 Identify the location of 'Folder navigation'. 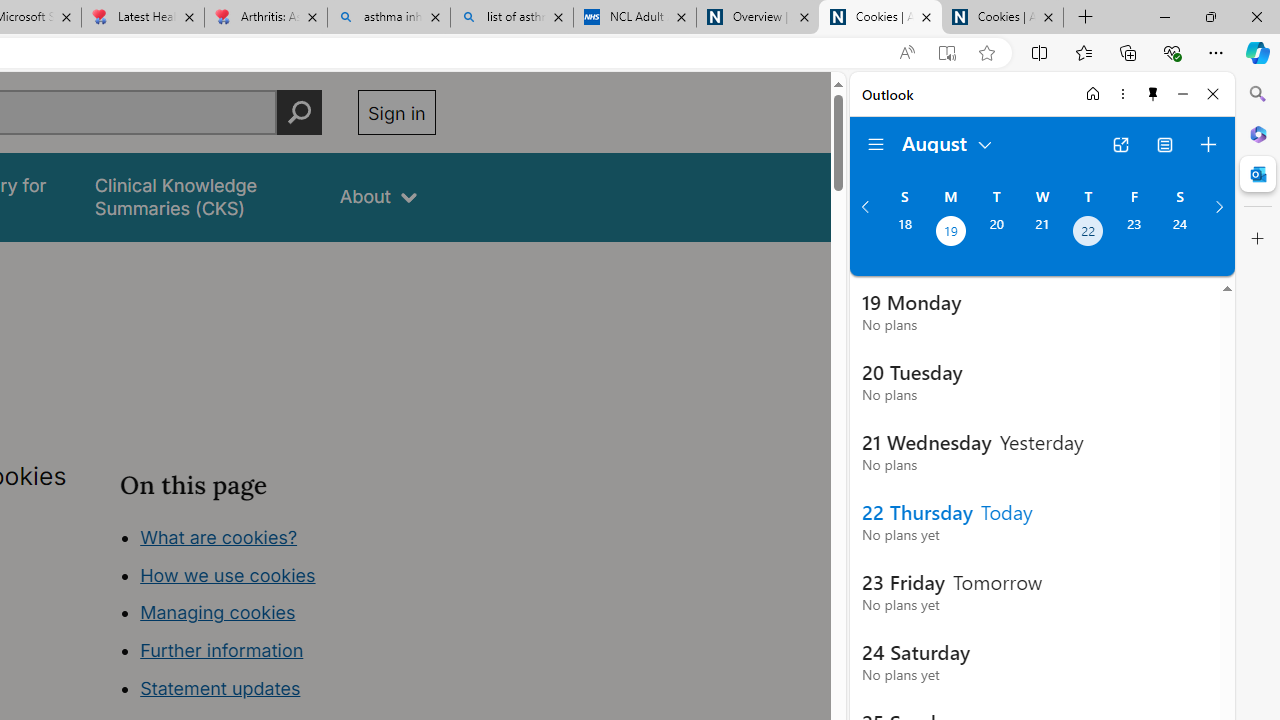
(876, 144).